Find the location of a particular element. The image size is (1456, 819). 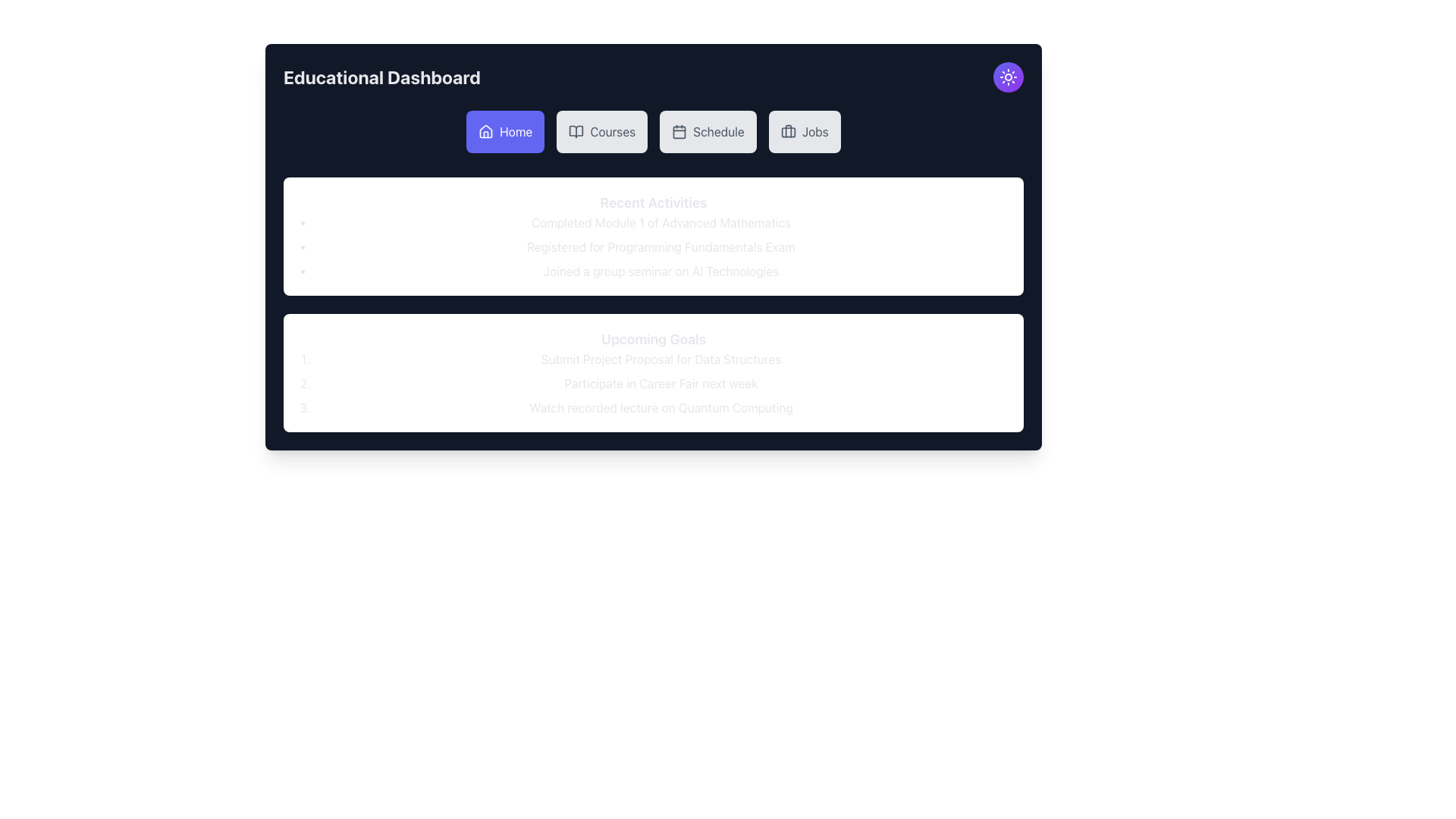

the first item in the ordered list under the 'Upcoming Goals' section that describes upcoming goals for the user is located at coordinates (661, 359).